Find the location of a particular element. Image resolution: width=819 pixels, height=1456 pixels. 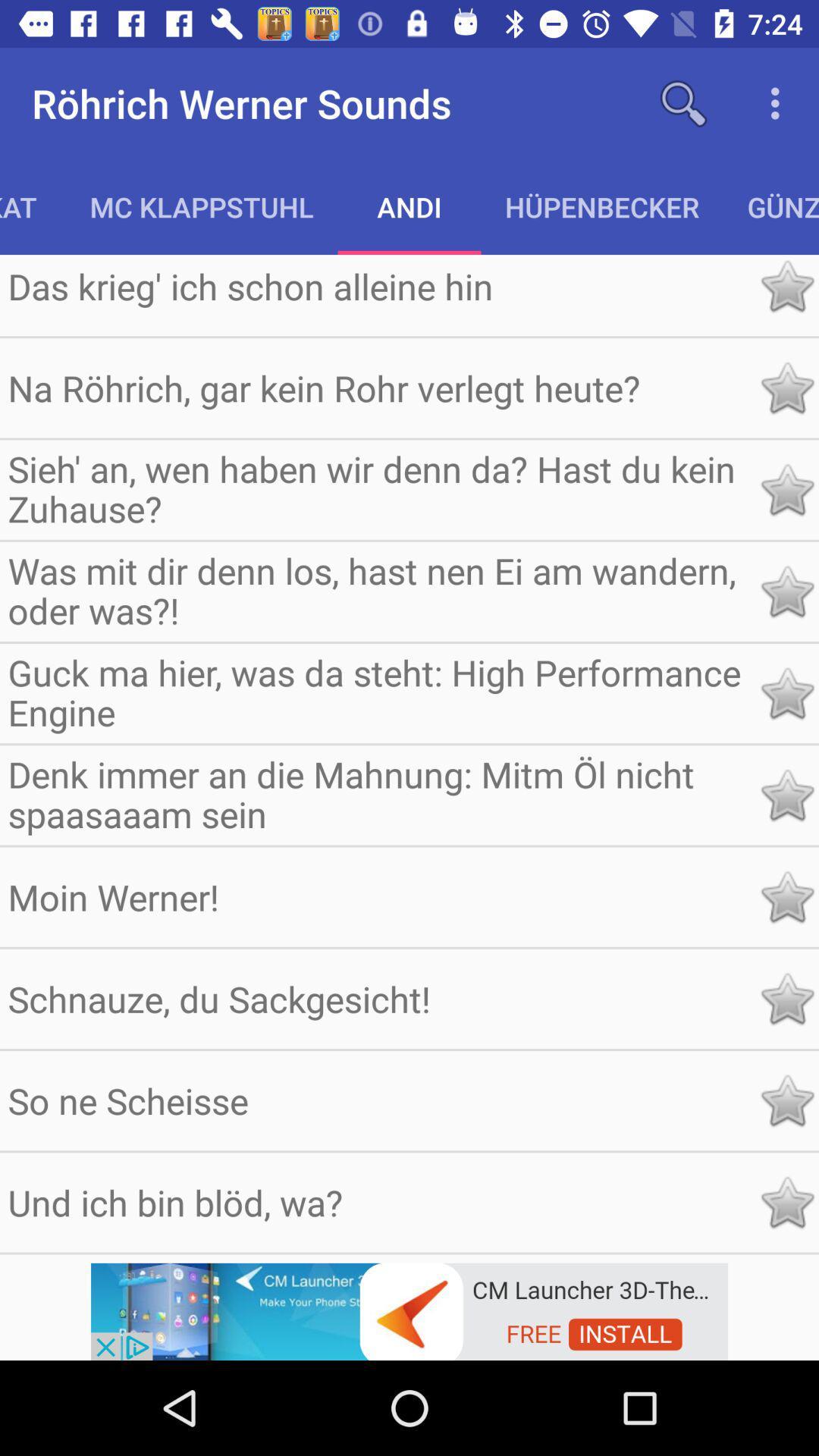

item is located at coordinates (786, 591).